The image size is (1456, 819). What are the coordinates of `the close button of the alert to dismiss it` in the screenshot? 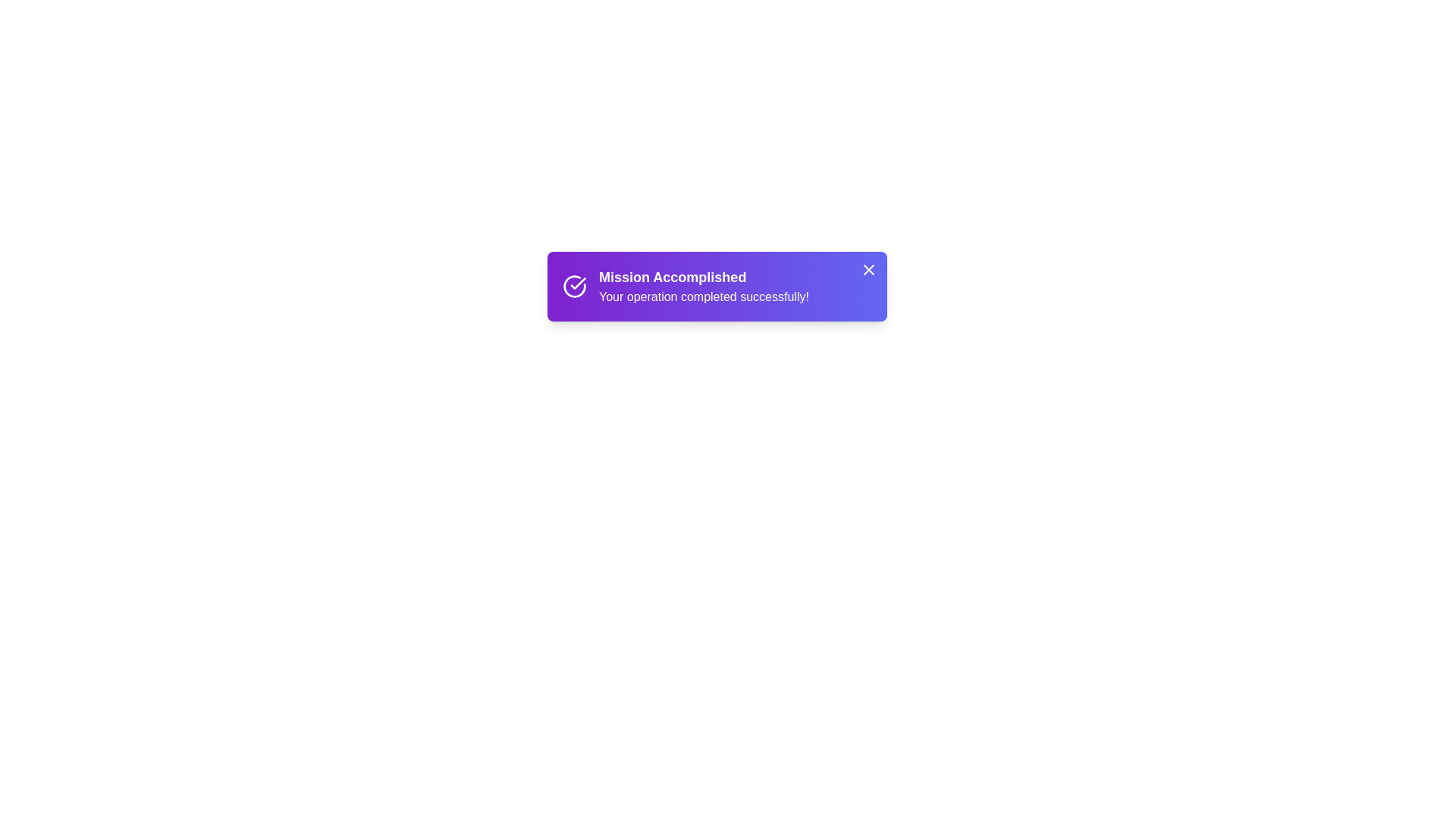 It's located at (869, 268).